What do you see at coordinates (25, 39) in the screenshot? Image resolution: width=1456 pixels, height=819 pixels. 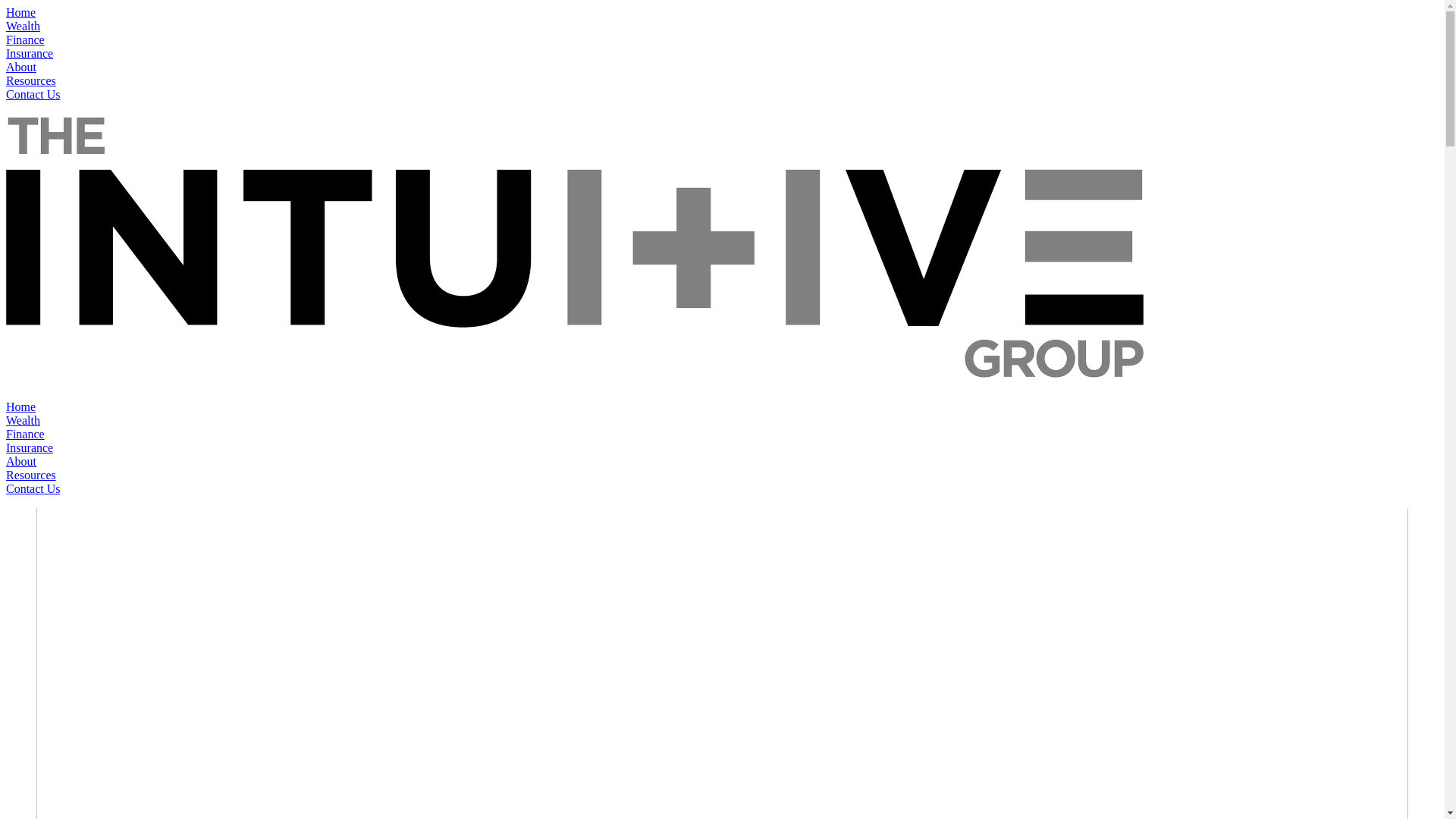 I see `'Finance'` at bounding box center [25, 39].